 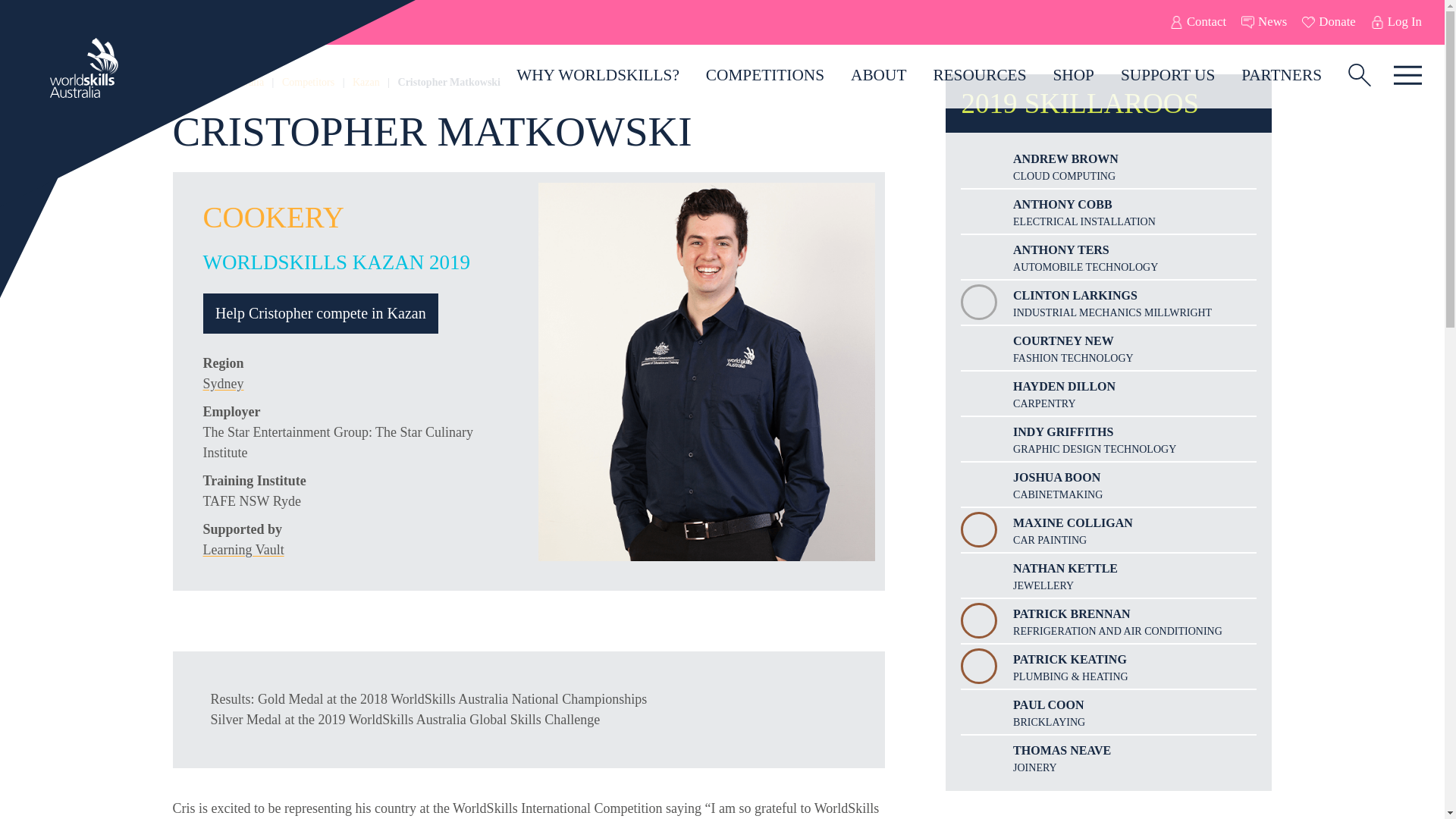 I want to click on 'MAXINE COLLIGAN, so click(x=1109, y=529).